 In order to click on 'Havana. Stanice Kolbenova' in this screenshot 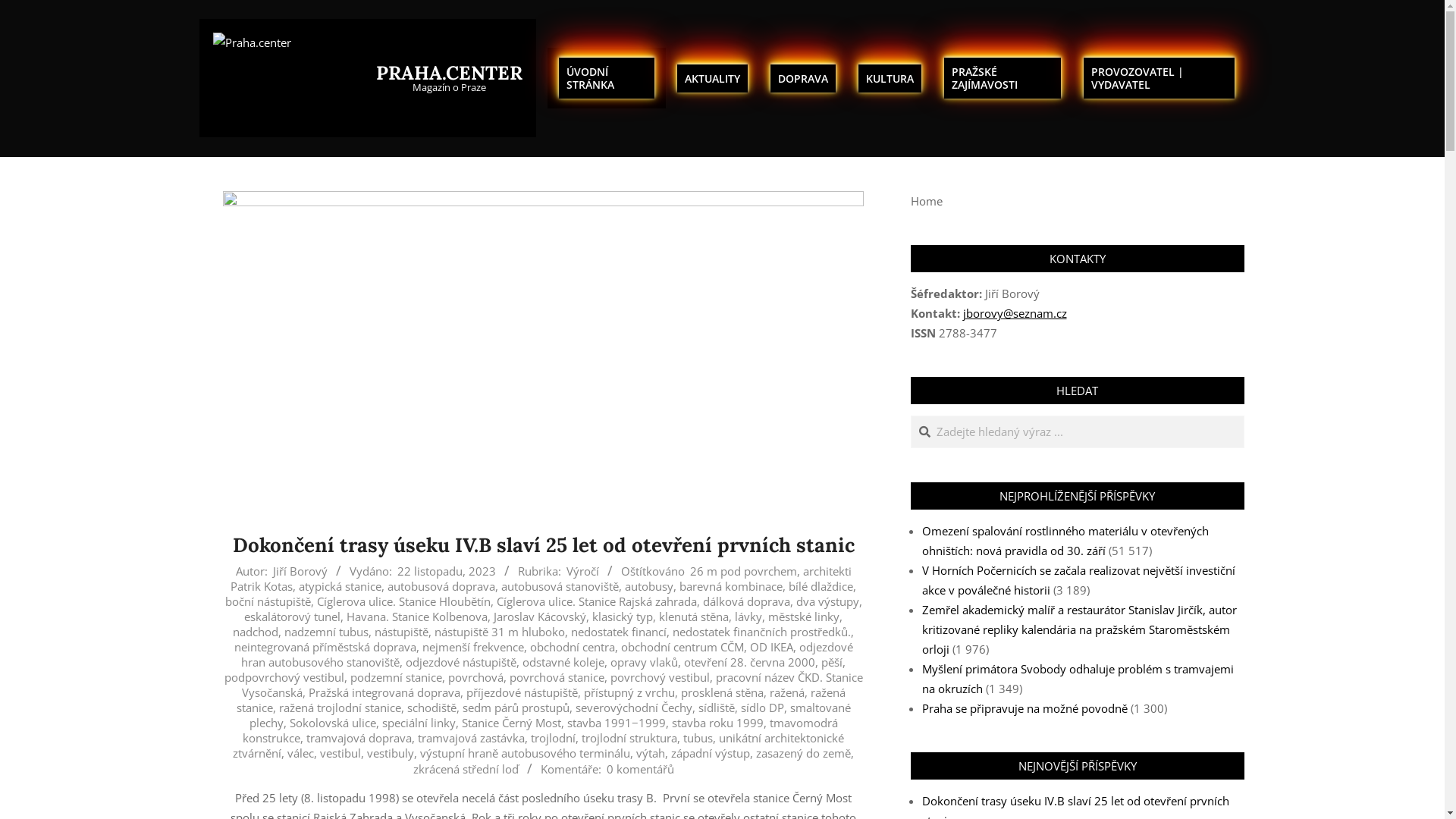, I will do `click(417, 617)`.